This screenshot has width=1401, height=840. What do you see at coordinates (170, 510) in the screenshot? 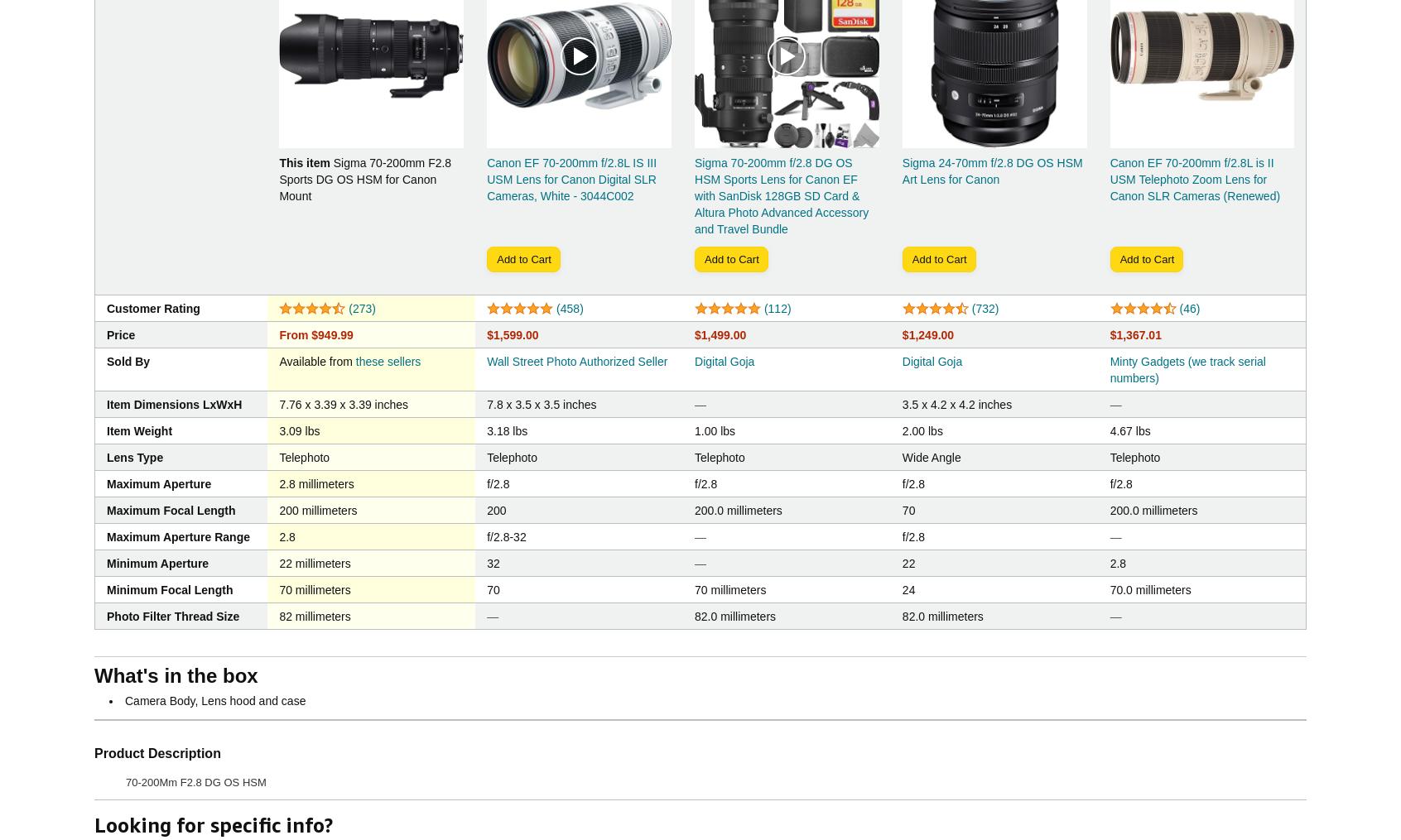
I see `'Maximum Focal Length'` at bounding box center [170, 510].